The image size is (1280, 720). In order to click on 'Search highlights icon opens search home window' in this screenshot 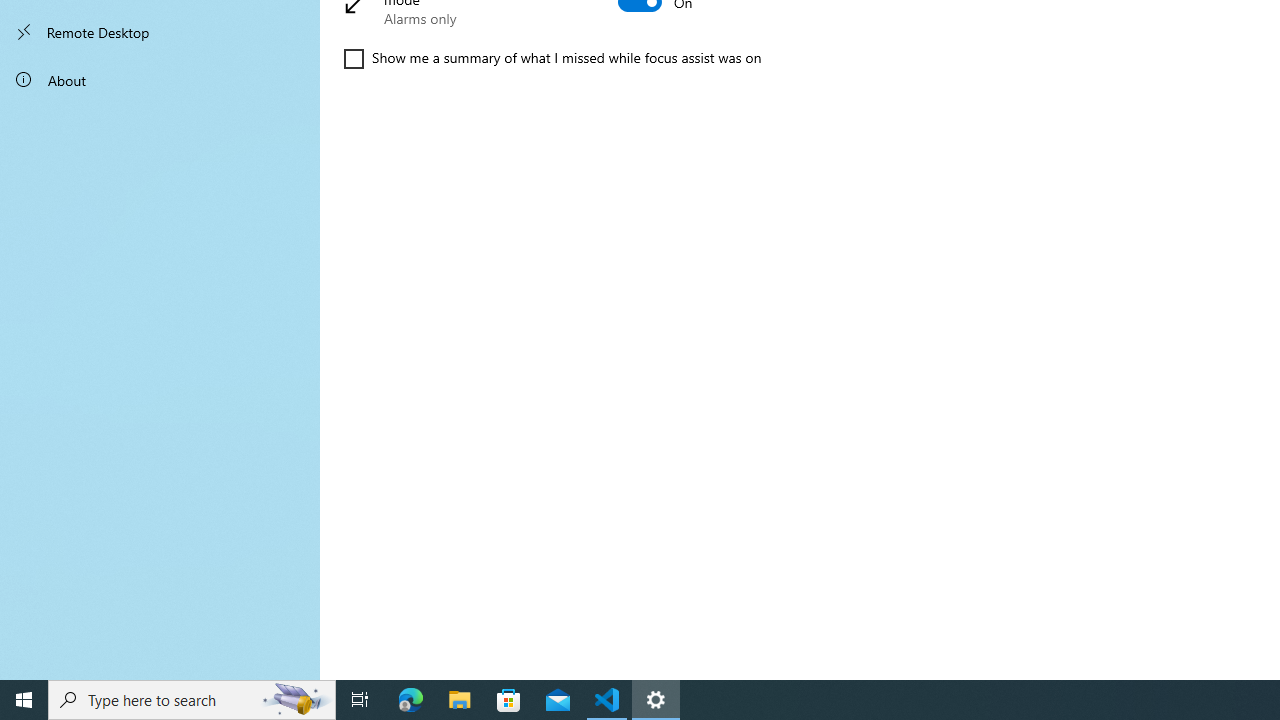, I will do `click(294, 698)`.